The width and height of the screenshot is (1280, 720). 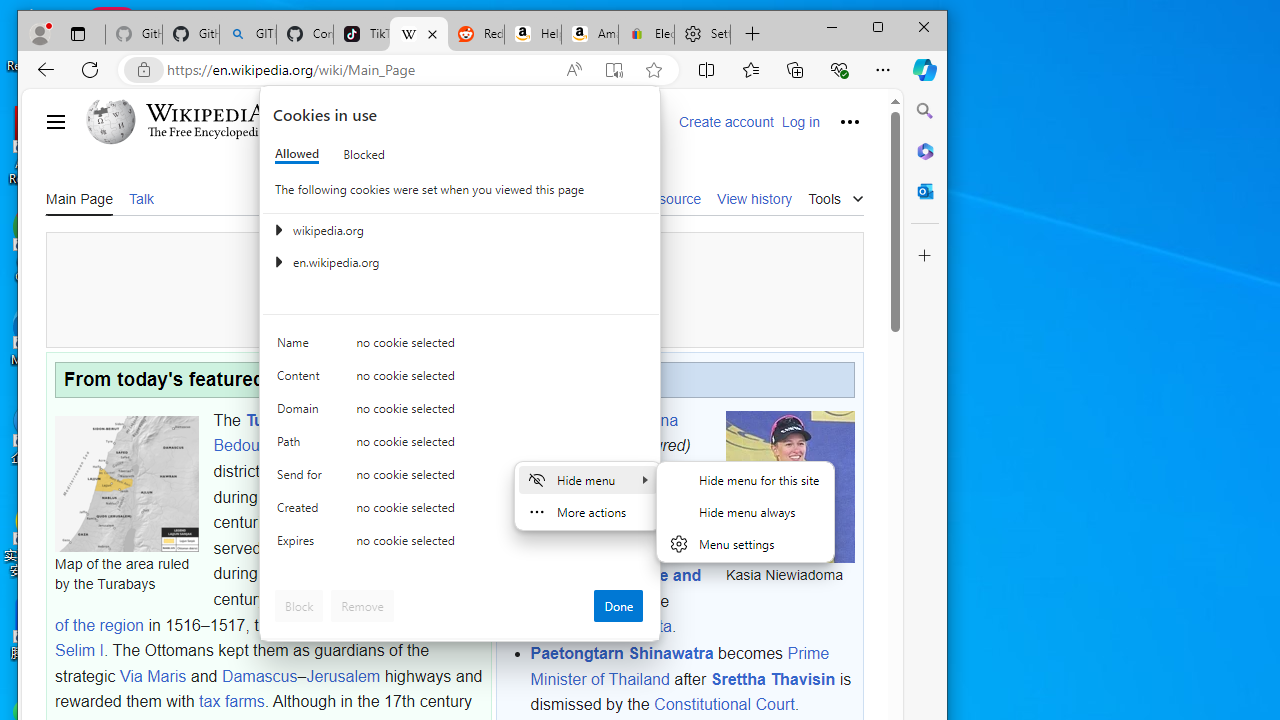 What do you see at coordinates (744, 543) in the screenshot?
I see `'Menu settings'` at bounding box center [744, 543].